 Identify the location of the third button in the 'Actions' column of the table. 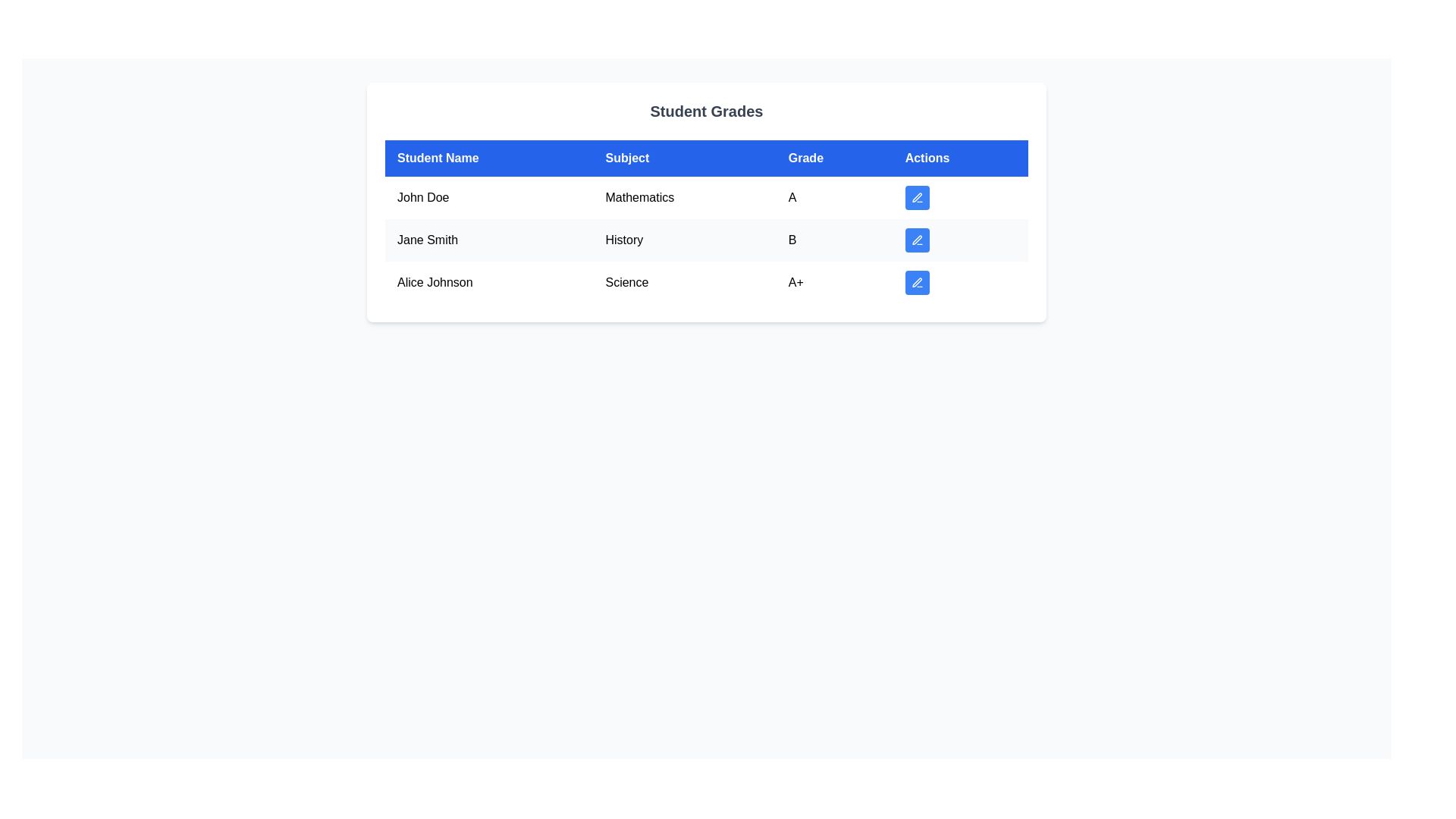
(916, 283).